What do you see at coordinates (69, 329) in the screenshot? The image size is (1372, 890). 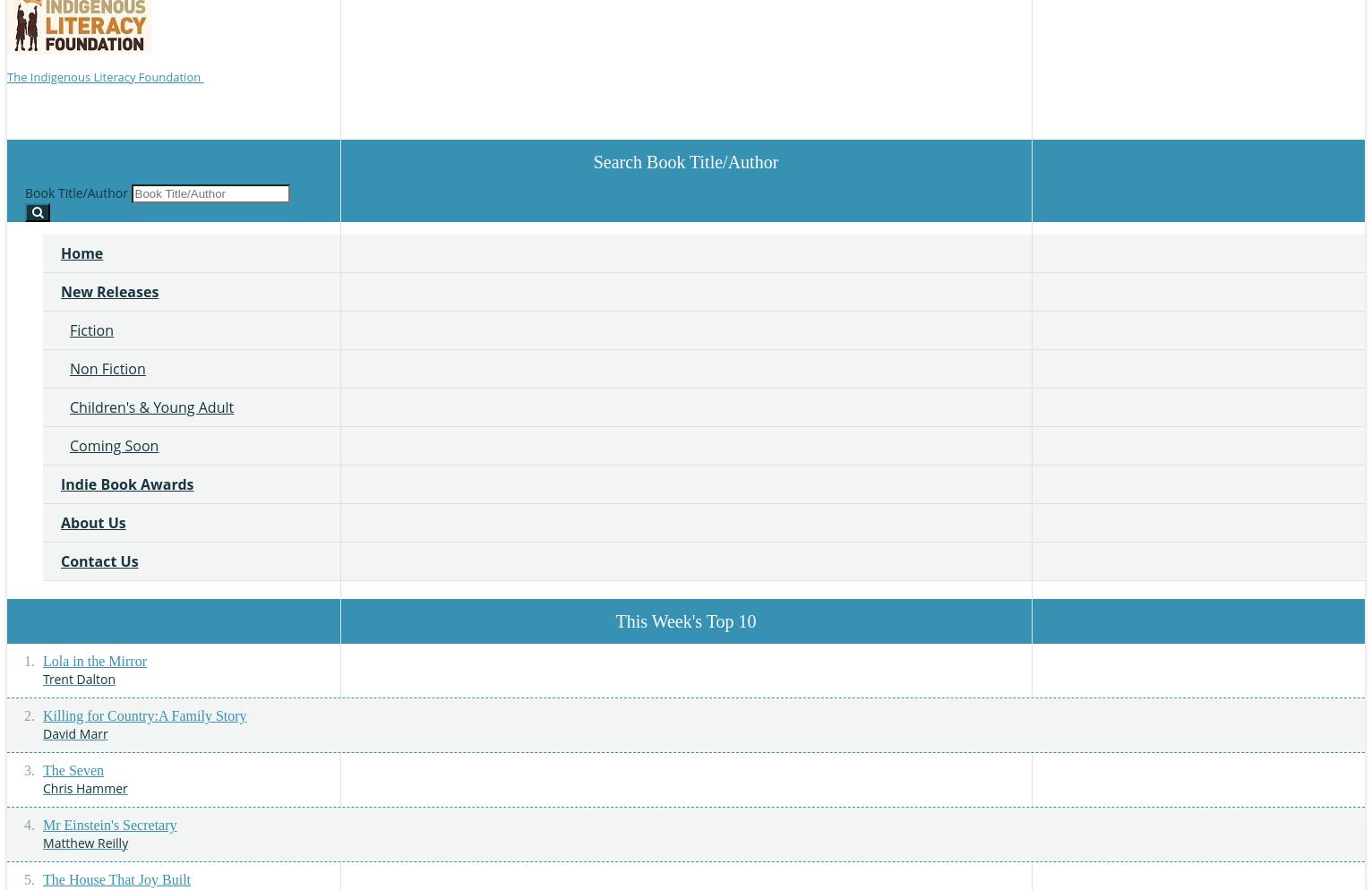 I see `'Fiction'` at bounding box center [69, 329].